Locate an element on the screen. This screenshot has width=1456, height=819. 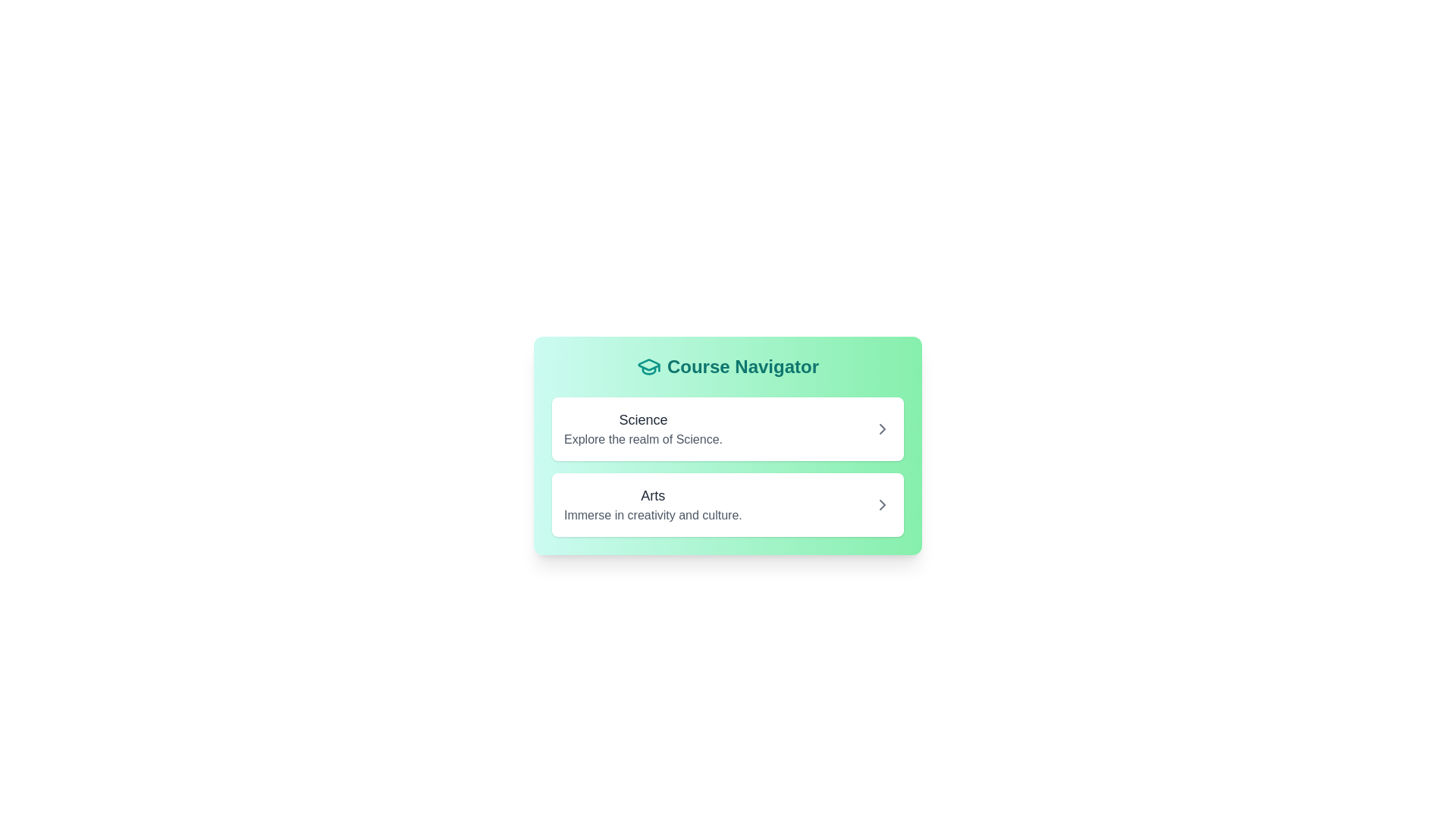
bold, teal-colored text labeled 'Course Navigator' displayed prominently at the top of the card interface is located at coordinates (742, 366).